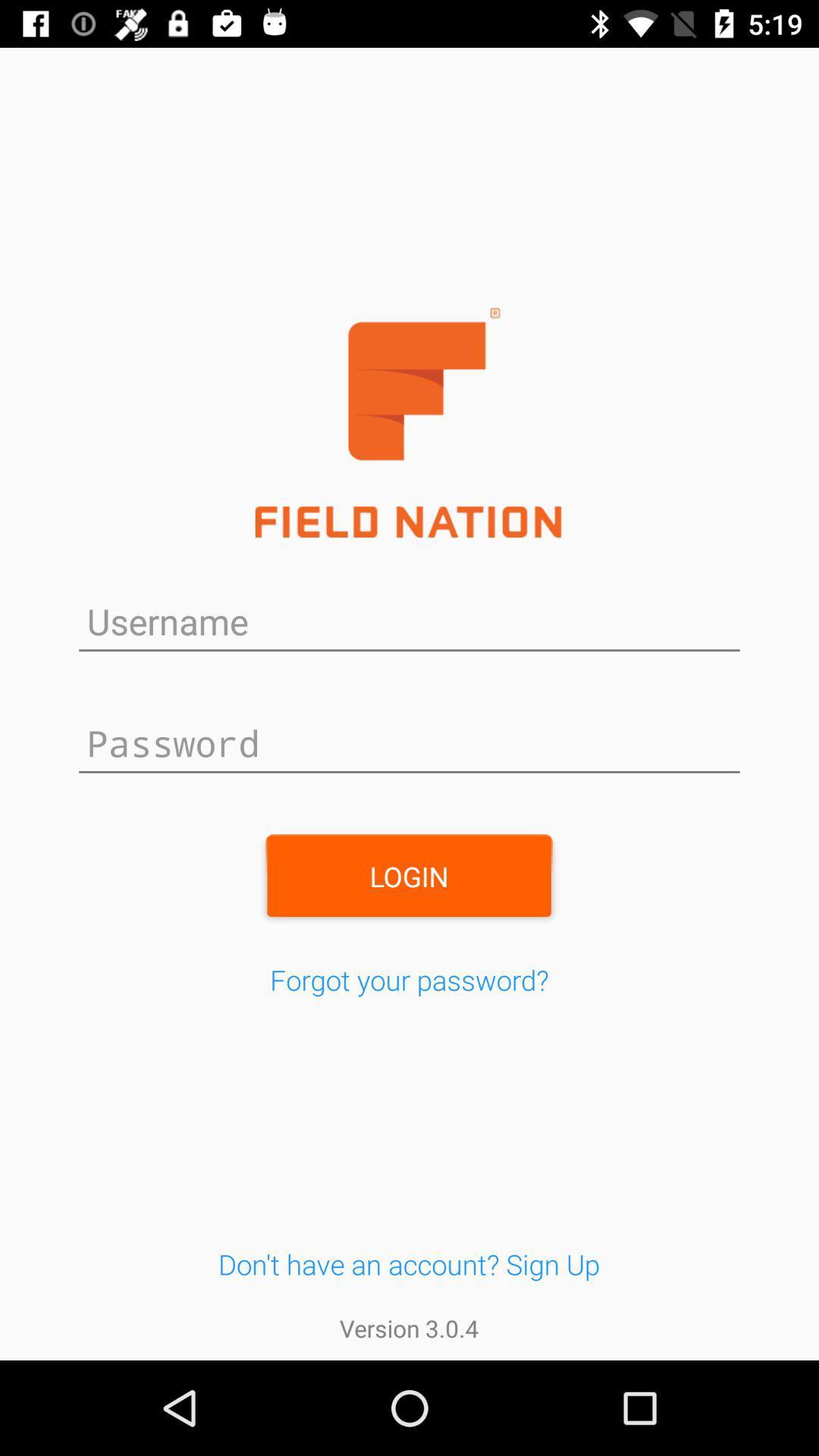 This screenshot has width=819, height=1456. I want to click on the icon below the forgot your password? icon, so click(408, 1264).